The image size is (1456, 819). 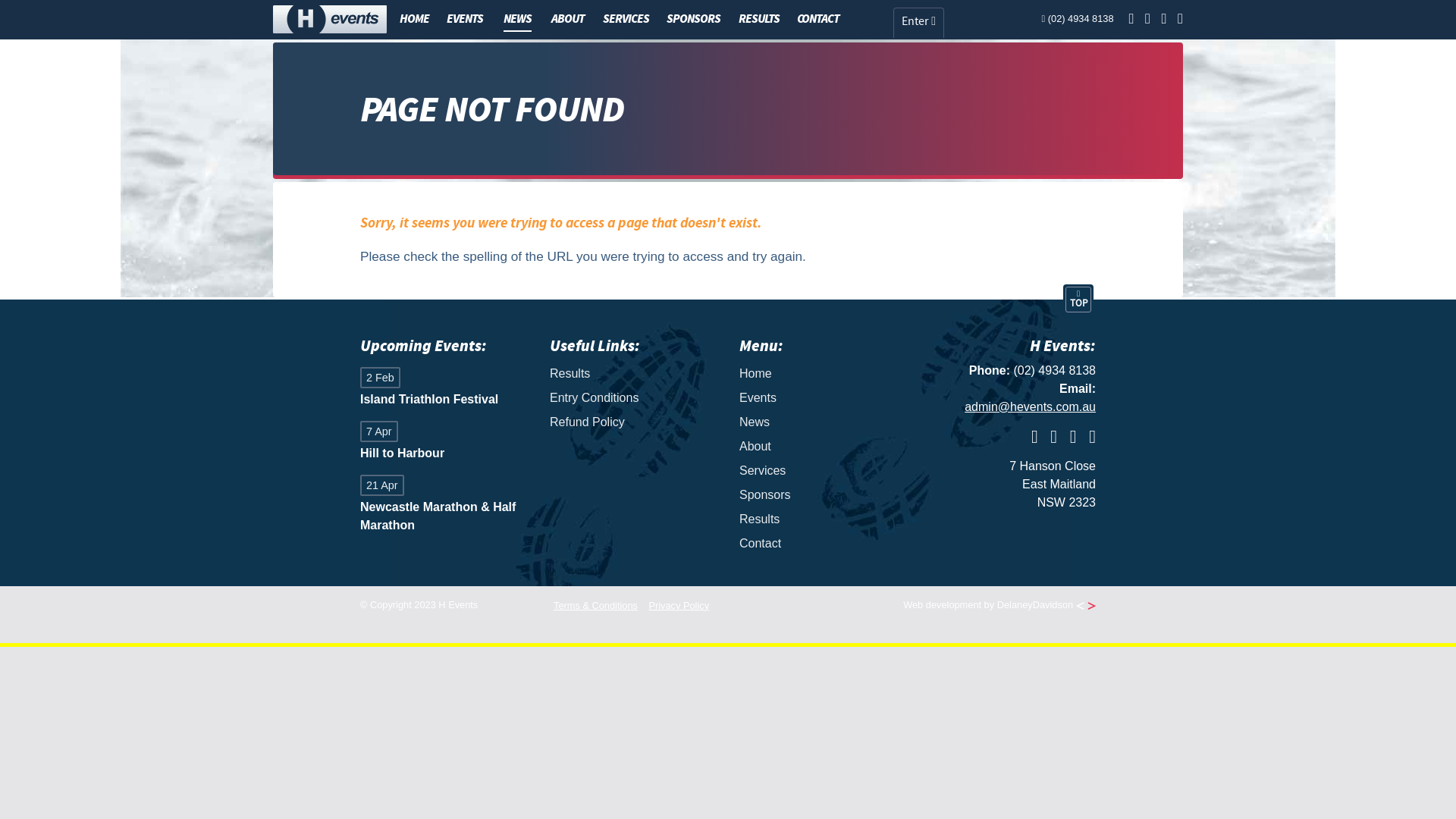 What do you see at coordinates (821, 494) in the screenshot?
I see `'Sponsors'` at bounding box center [821, 494].